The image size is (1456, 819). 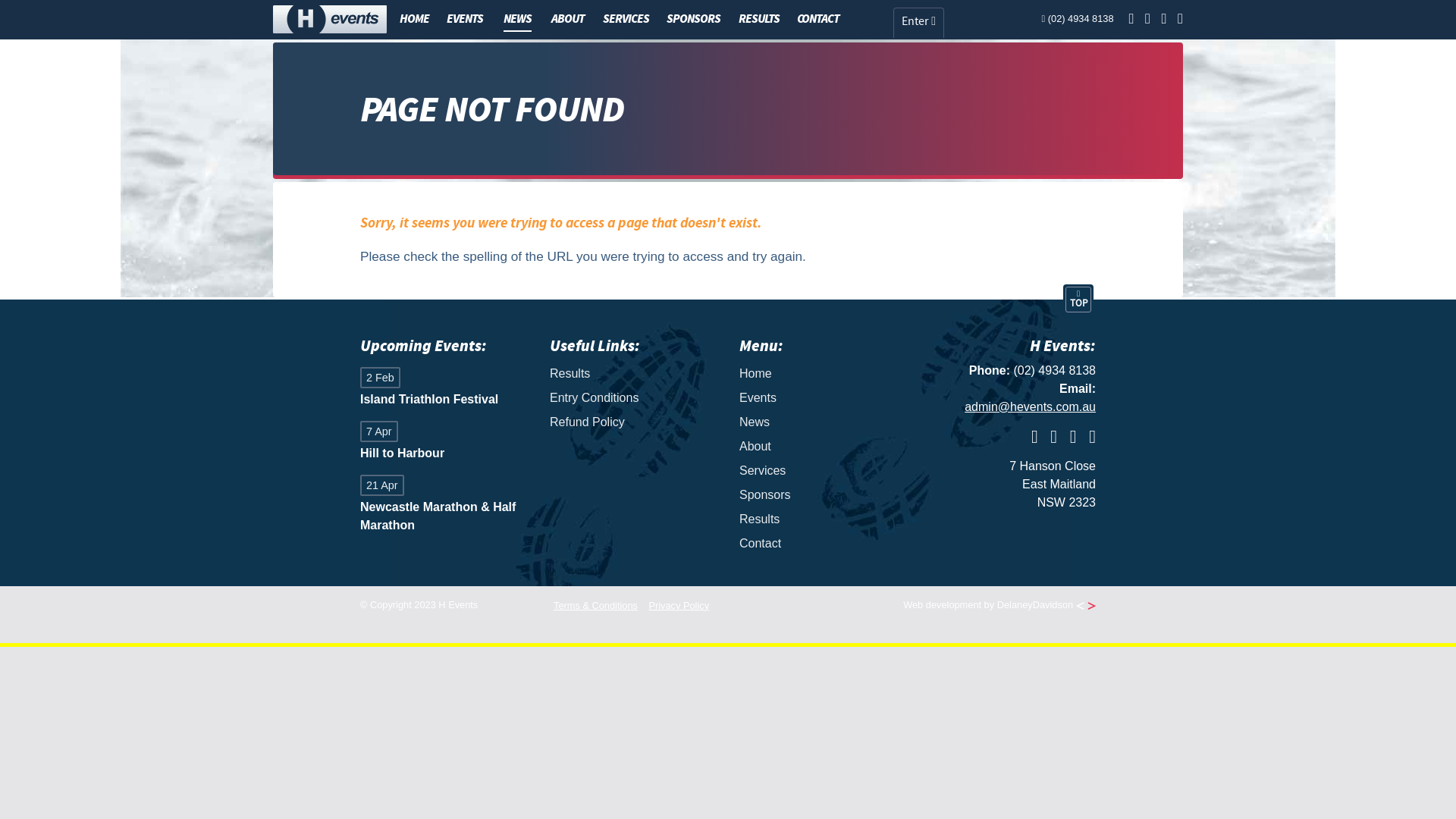 What do you see at coordinates (821, 494) in the screenshot?
I see `'Sponsors'` at bounding box center [821, 494].